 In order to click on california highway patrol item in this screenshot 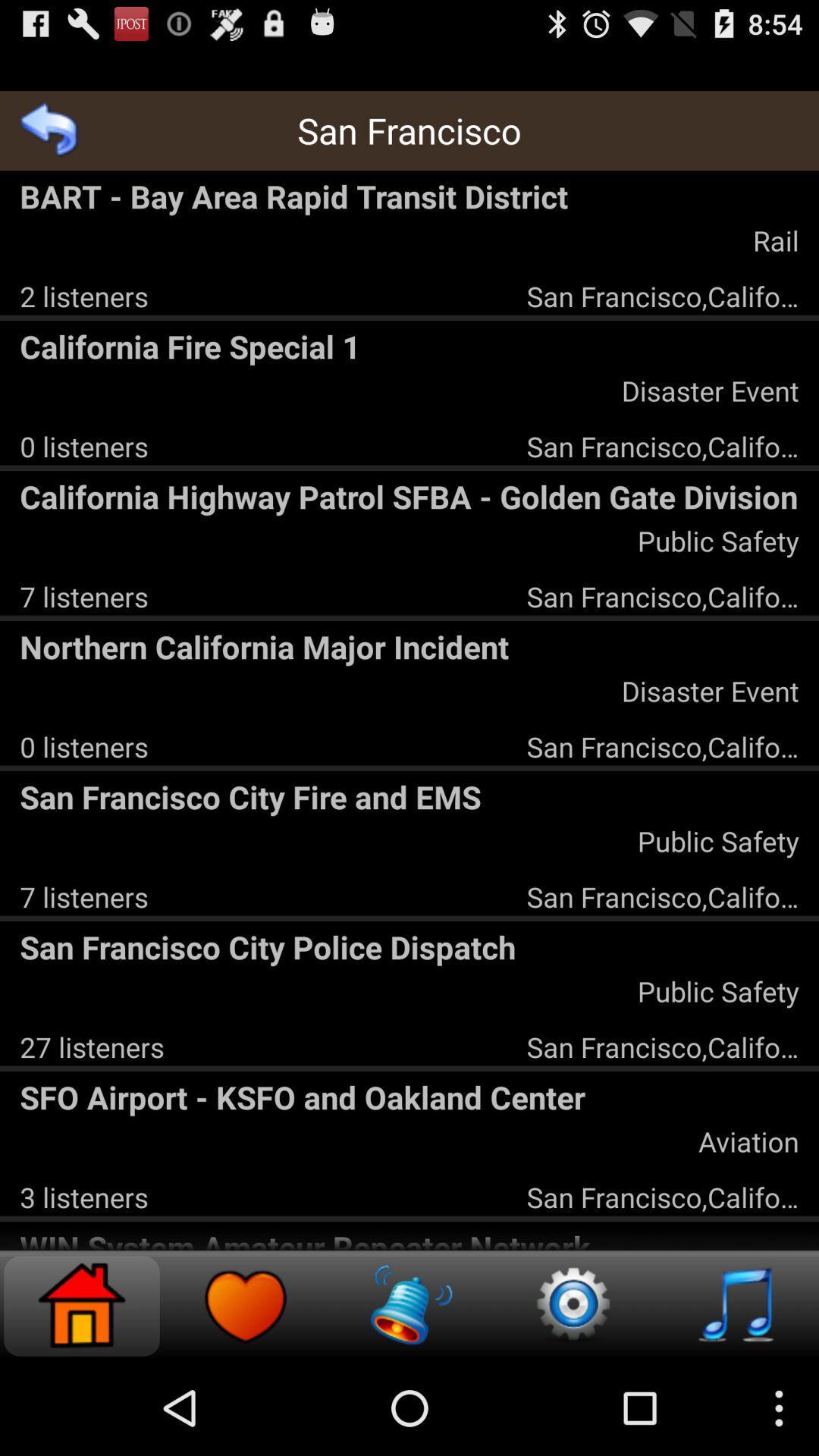, I will do `click(409, 496)`.